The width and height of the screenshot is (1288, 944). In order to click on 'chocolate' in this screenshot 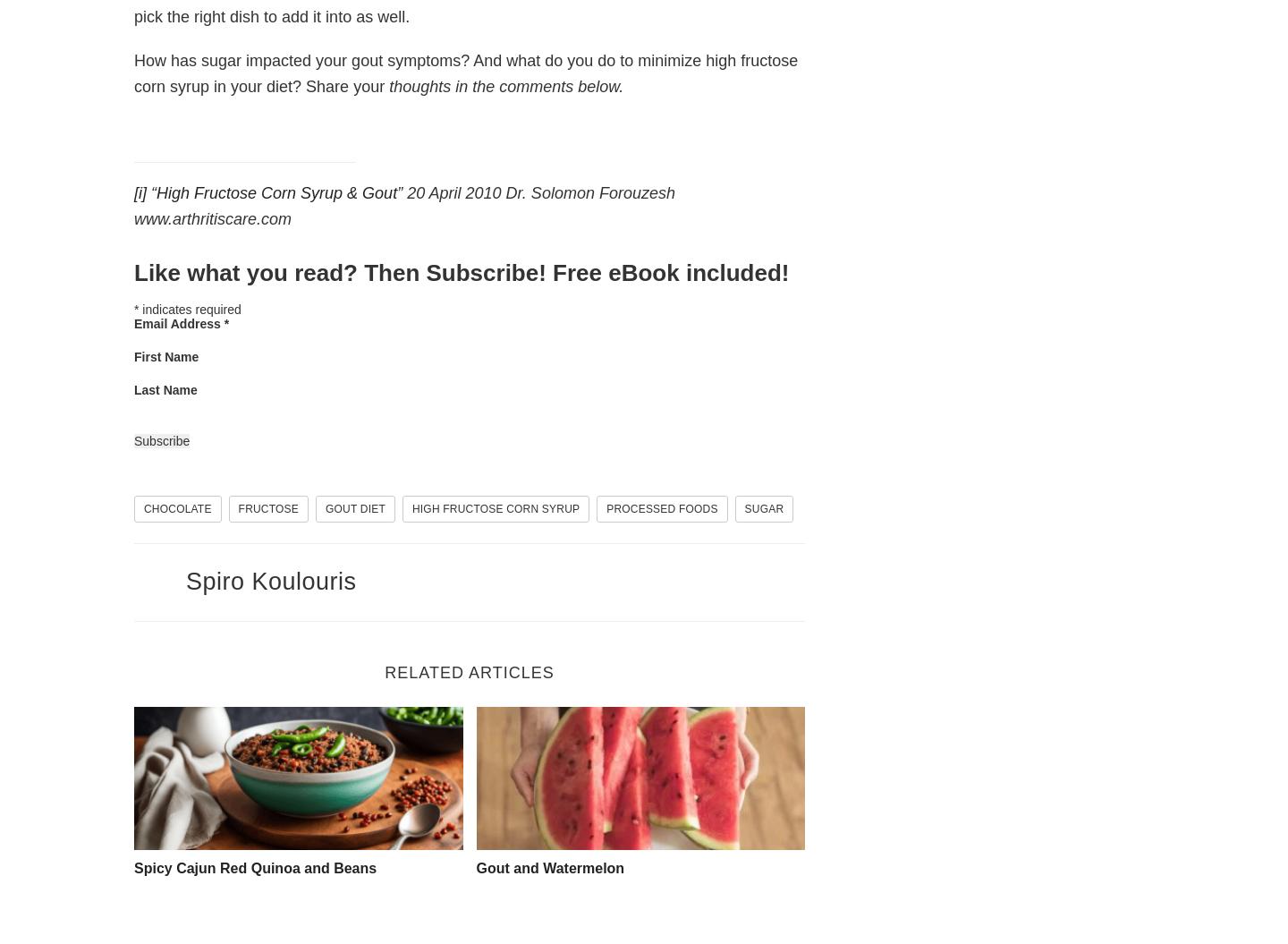, I will do `click(142, 507)`.